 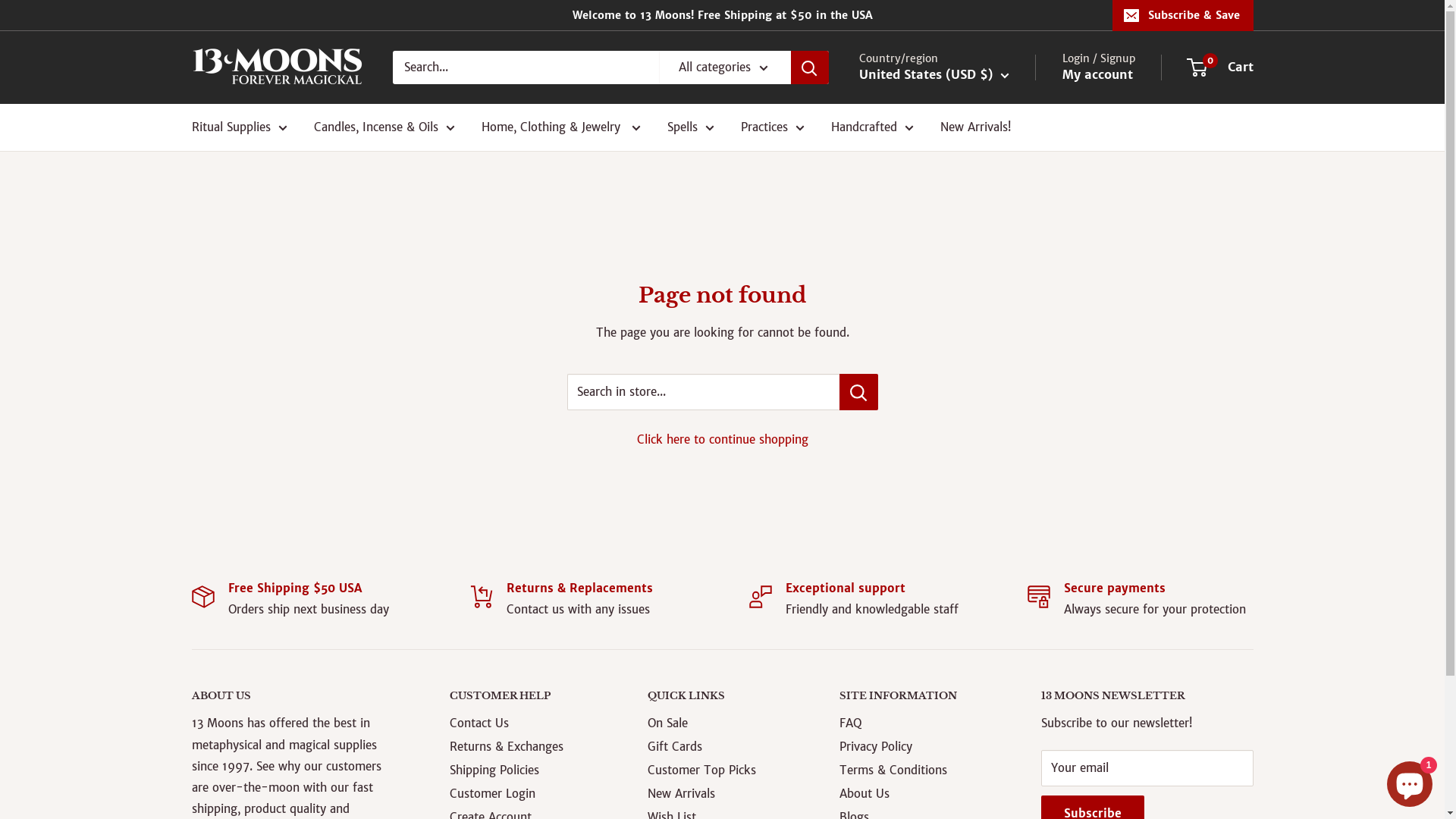 What do you see at coordinates (560, 127) in the screenshot?
I see `'Home, Clothing & Jewelry'` at bounding box center [560, 127].